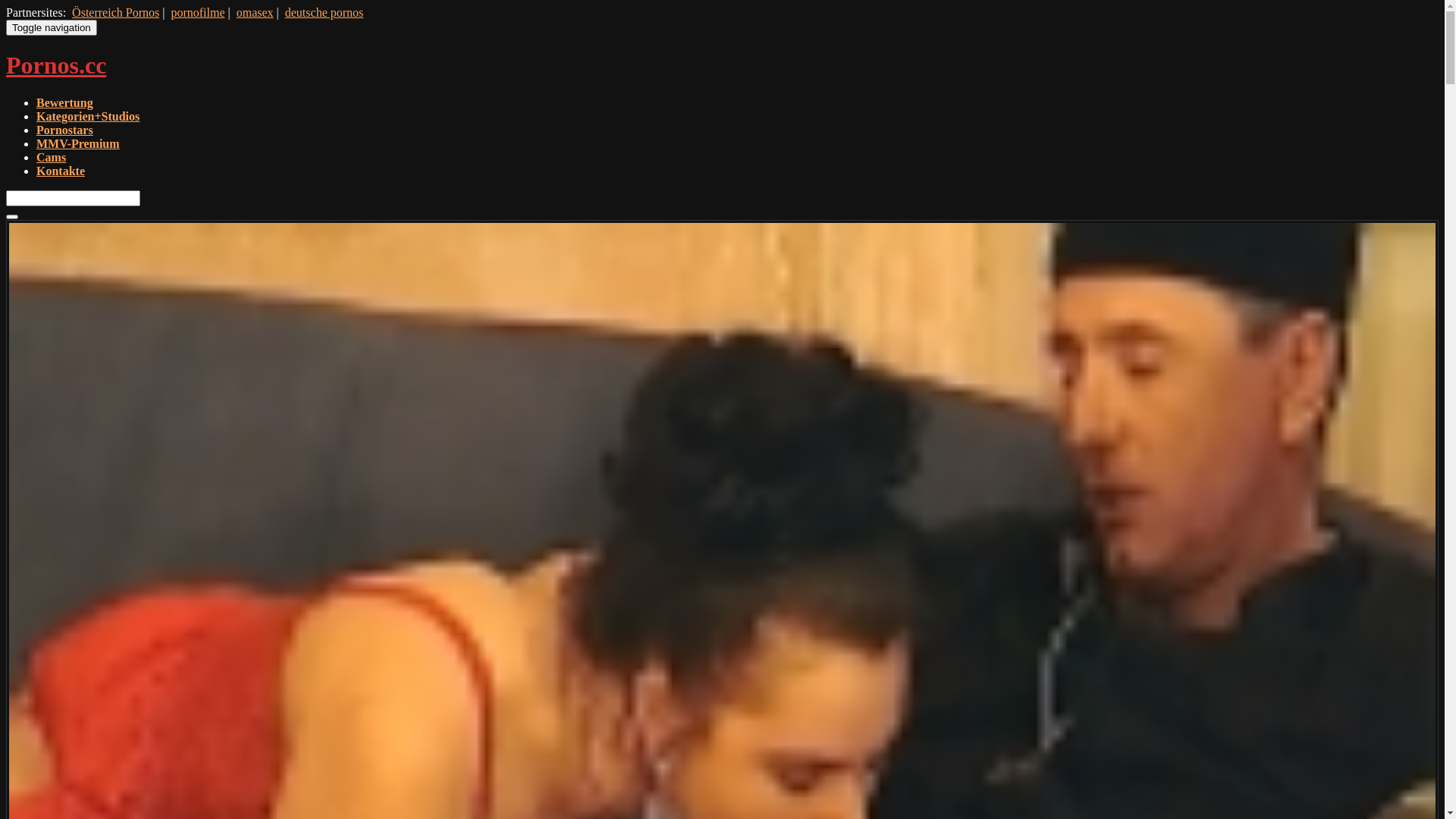 The image size is (1456, 819). What do you see at coordinates (196, 12) in the screenshot?
I see `'pornofilme'` at bounding box center [196, 12].